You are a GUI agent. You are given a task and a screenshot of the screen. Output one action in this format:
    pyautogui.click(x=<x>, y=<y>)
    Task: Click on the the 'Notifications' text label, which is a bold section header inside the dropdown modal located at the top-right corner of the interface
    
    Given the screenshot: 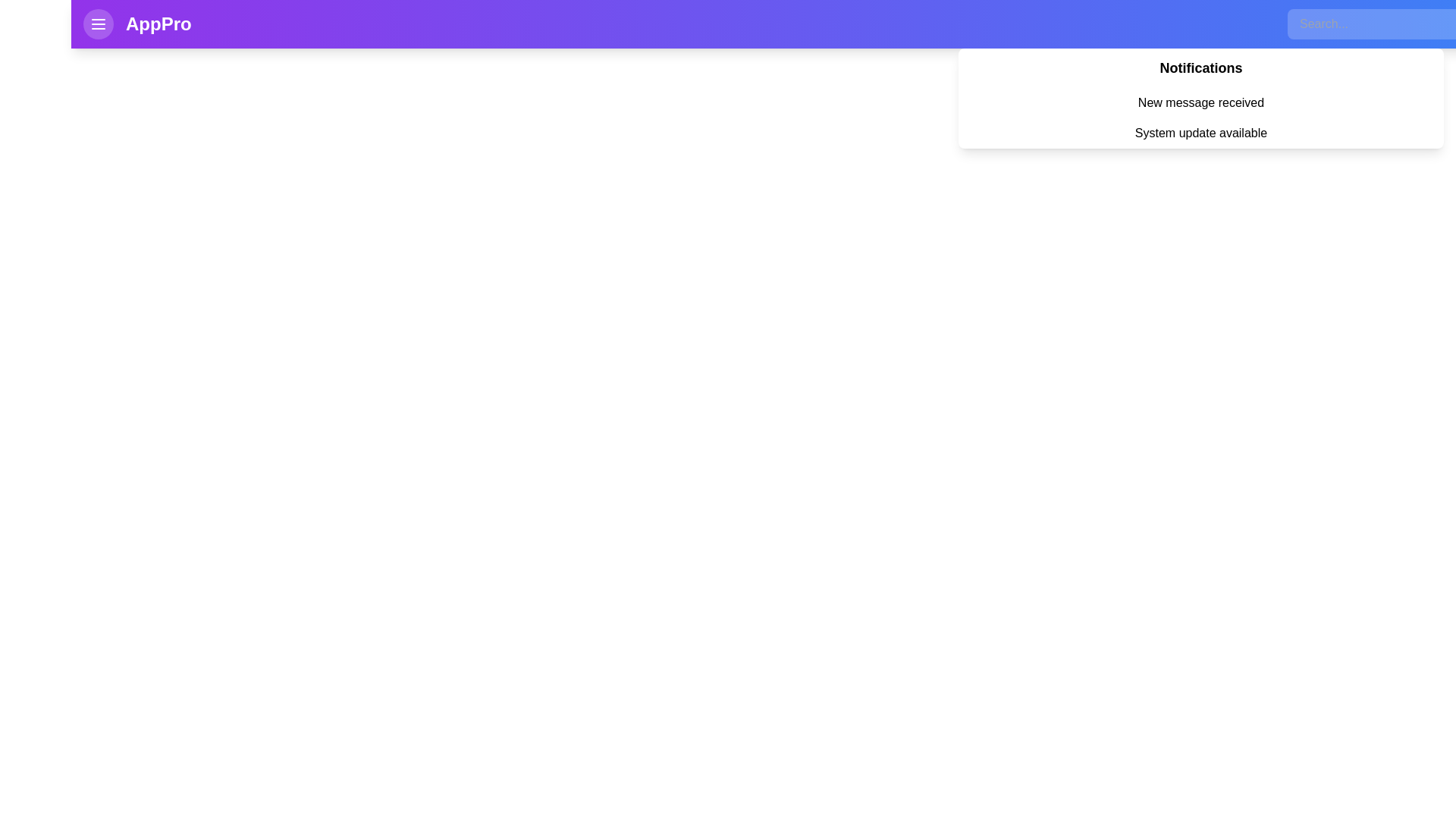 What is the action you would take?
    pyautogui.click(x=1200, y=67)
    